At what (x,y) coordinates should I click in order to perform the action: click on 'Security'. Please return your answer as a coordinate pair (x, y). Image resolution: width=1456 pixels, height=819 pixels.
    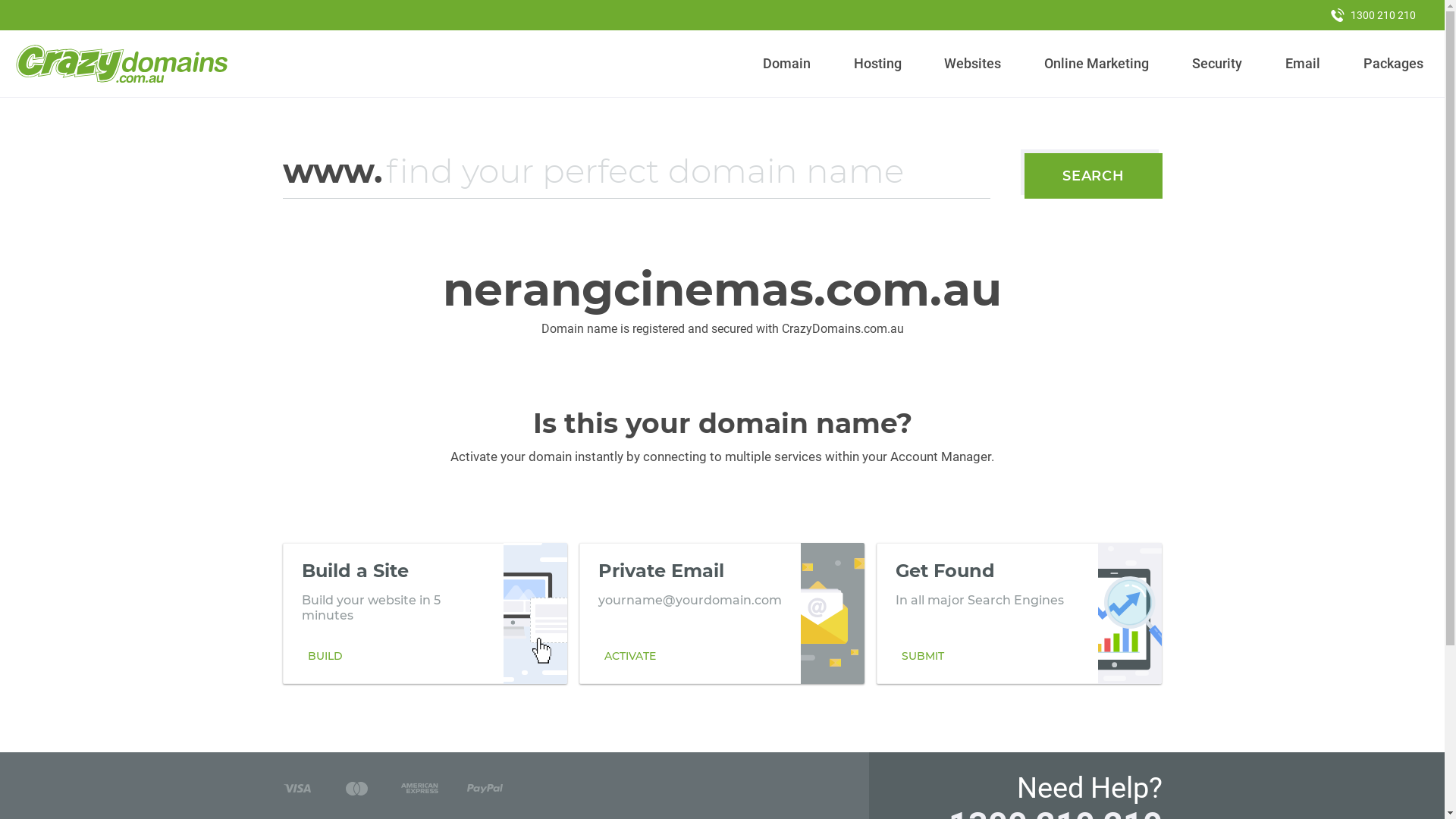
    Looking at the image, I should click on (1185, 63).